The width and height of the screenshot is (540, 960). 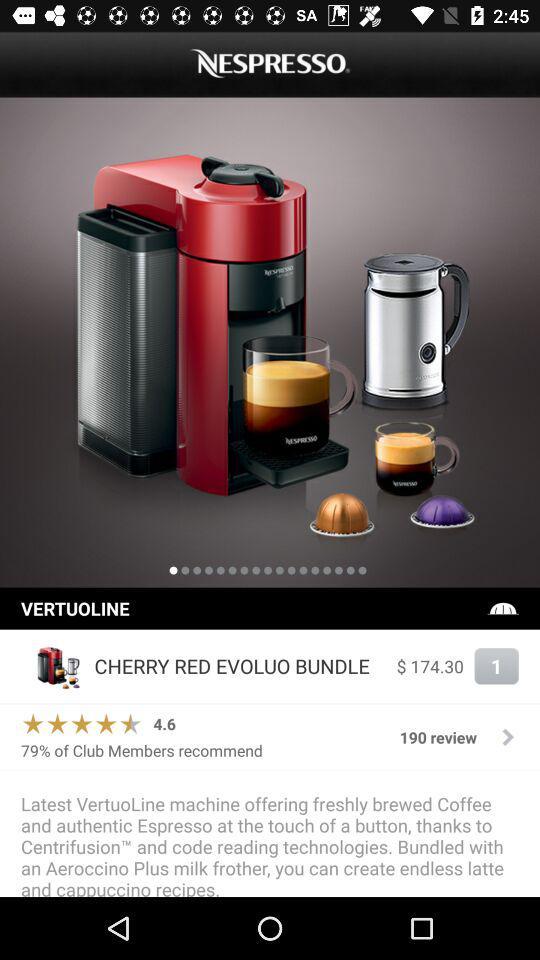 What do you see at coordinates (163, 722) in the screenshot?
I see `icon next to 190 review` at bounding box center [163, 722].